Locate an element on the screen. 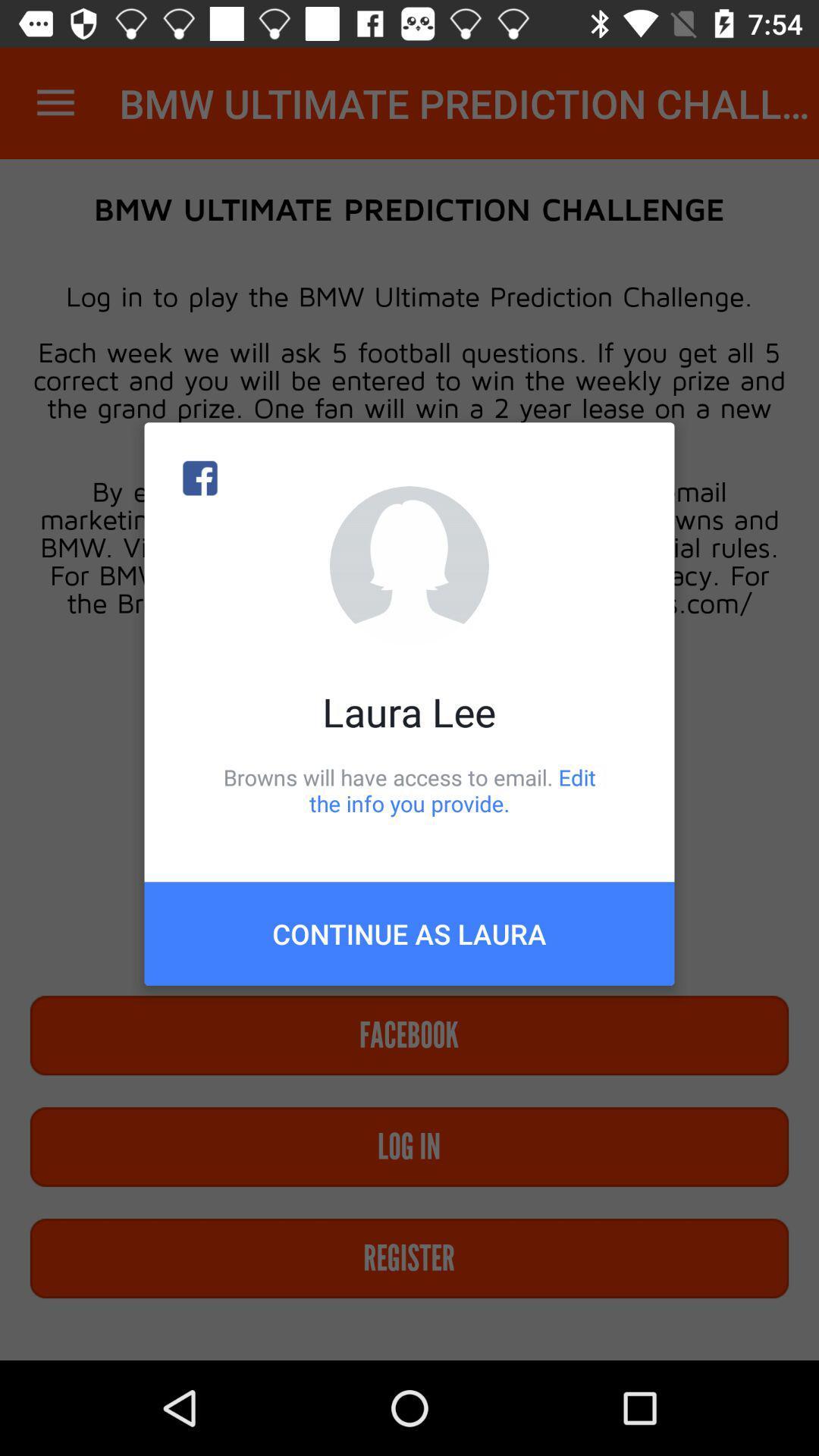 The image size is (819, 1456). browns will have is located at coordinates (409, 789).